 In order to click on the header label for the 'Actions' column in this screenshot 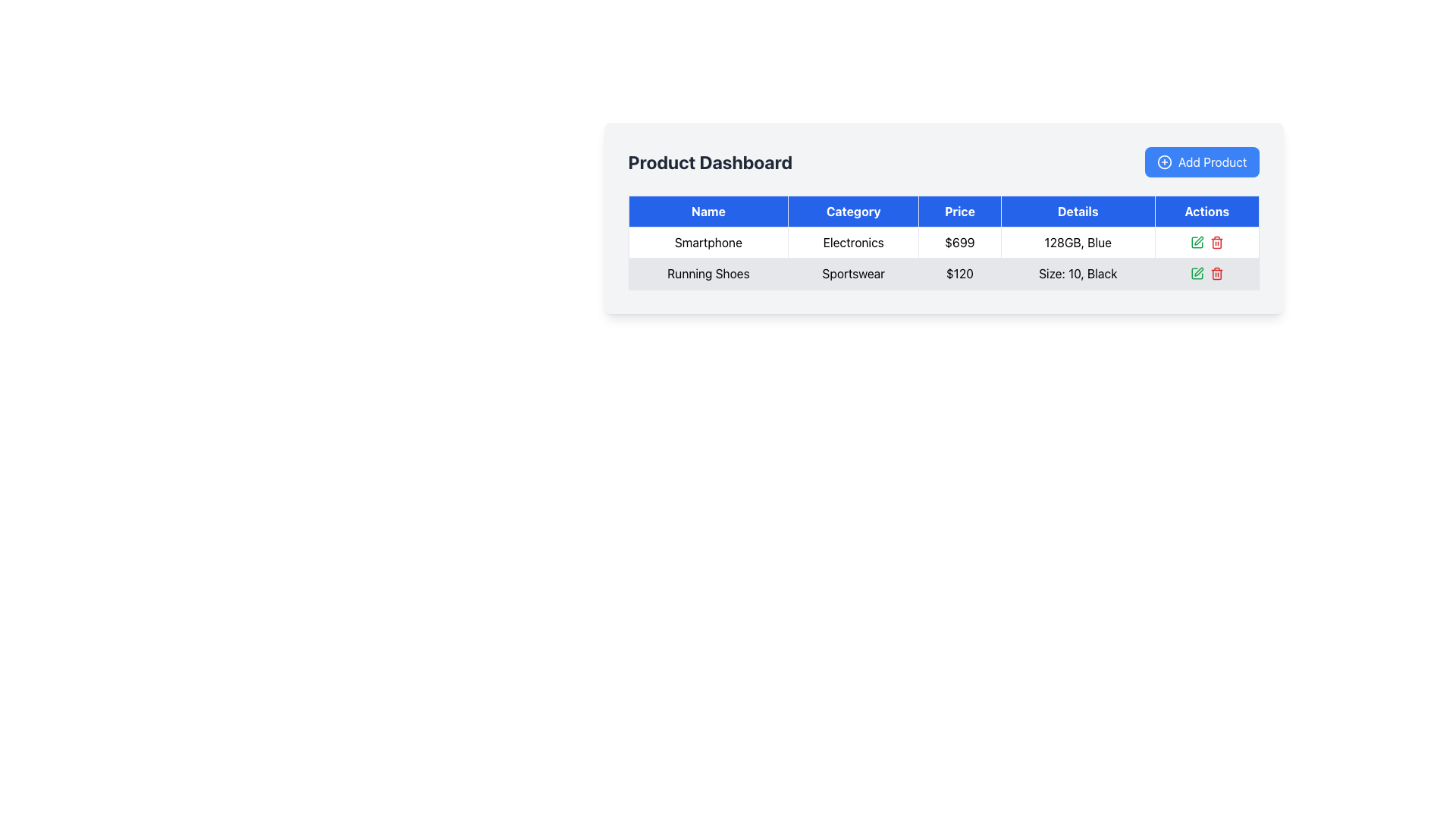, I will do `click(1206, 211)`.